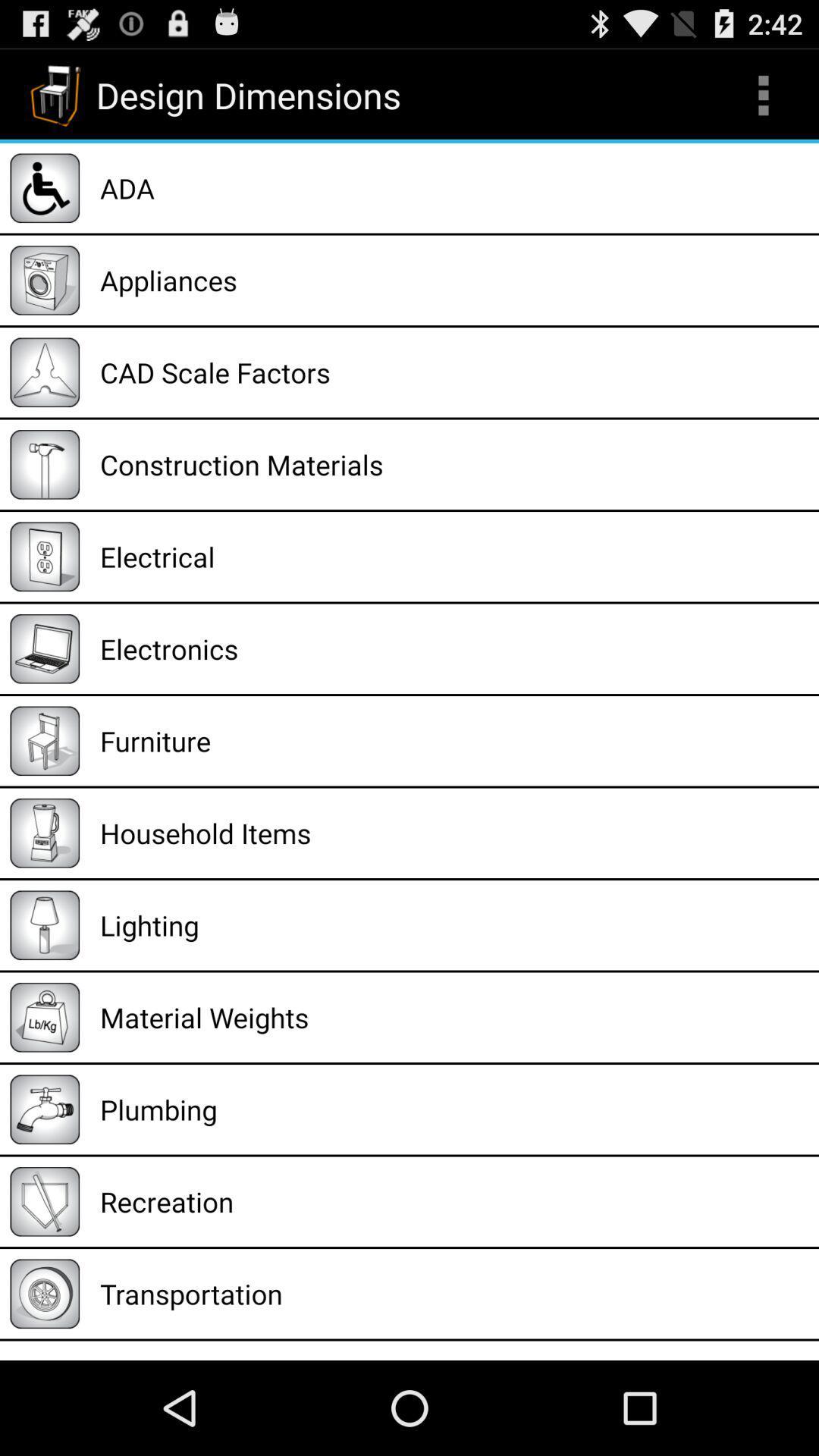  What do you see at coordinates (763, 94) in the screenshot?
I see `item above the ada` at bounding box center [763, 94].